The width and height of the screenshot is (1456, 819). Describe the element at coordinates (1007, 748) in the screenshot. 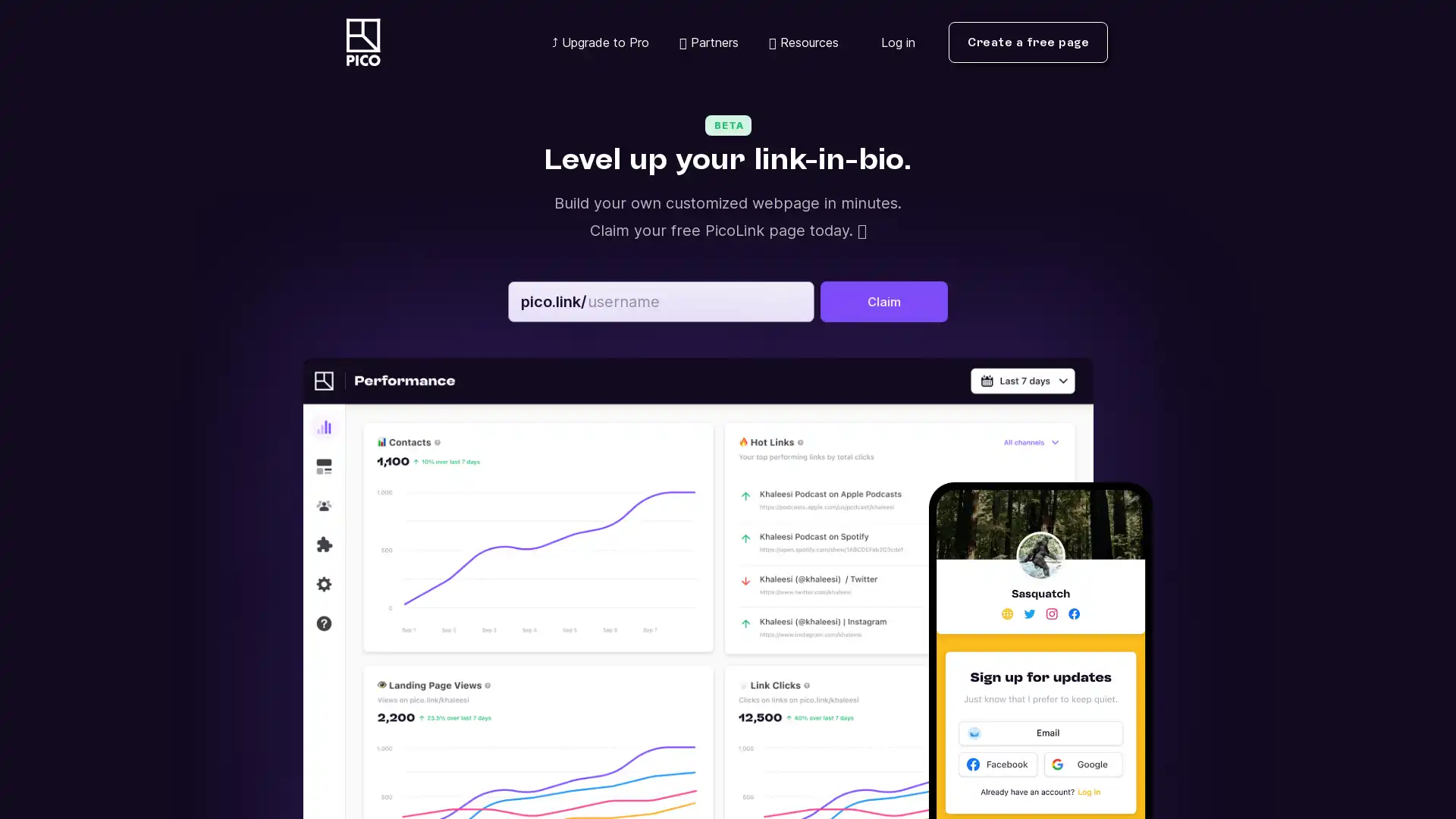

I see `Preferences` at that location.